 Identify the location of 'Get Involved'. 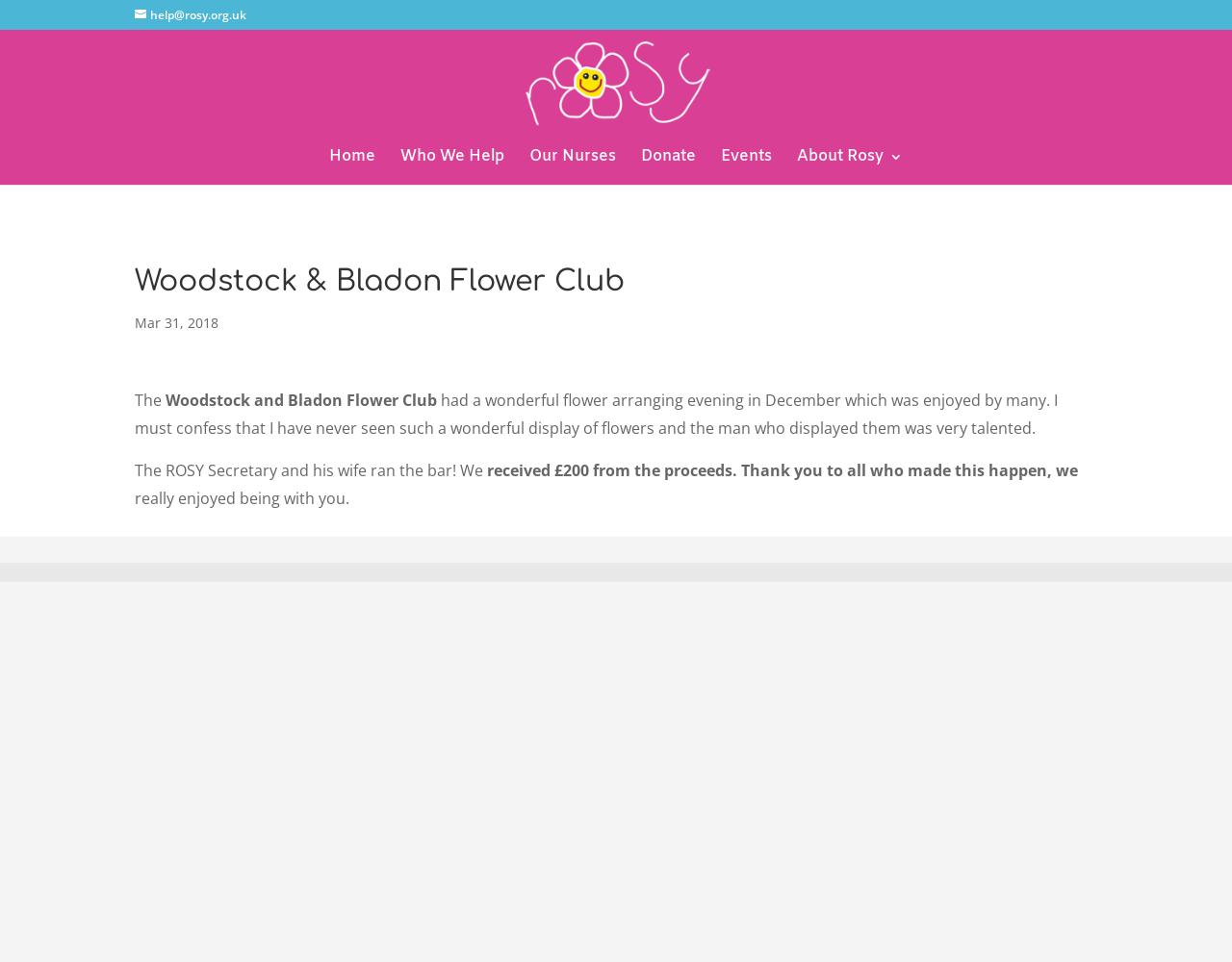
(834, 264).